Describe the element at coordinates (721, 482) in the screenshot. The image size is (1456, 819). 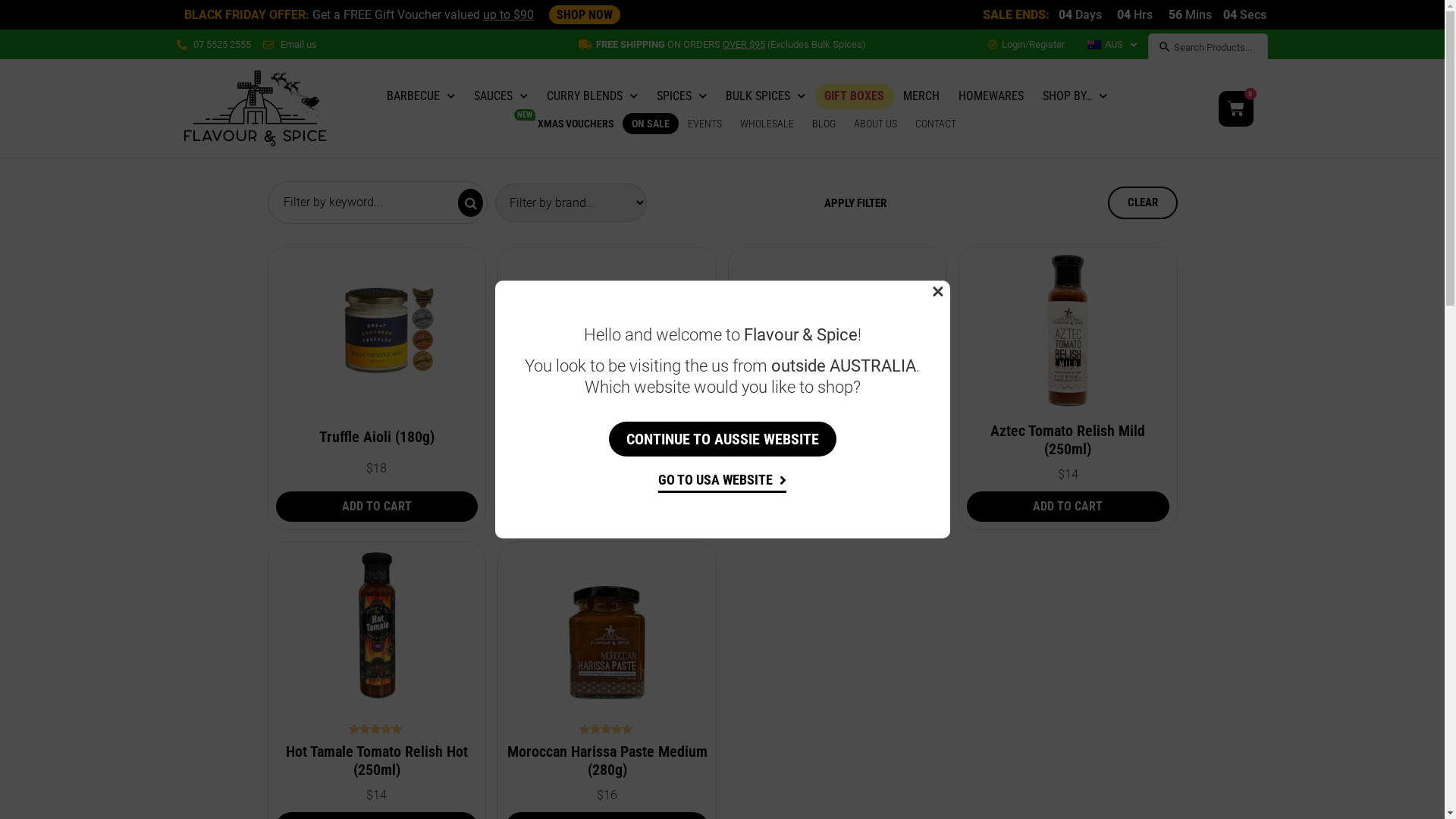
I see `'GO TO USA WEBSITE'` at that location.